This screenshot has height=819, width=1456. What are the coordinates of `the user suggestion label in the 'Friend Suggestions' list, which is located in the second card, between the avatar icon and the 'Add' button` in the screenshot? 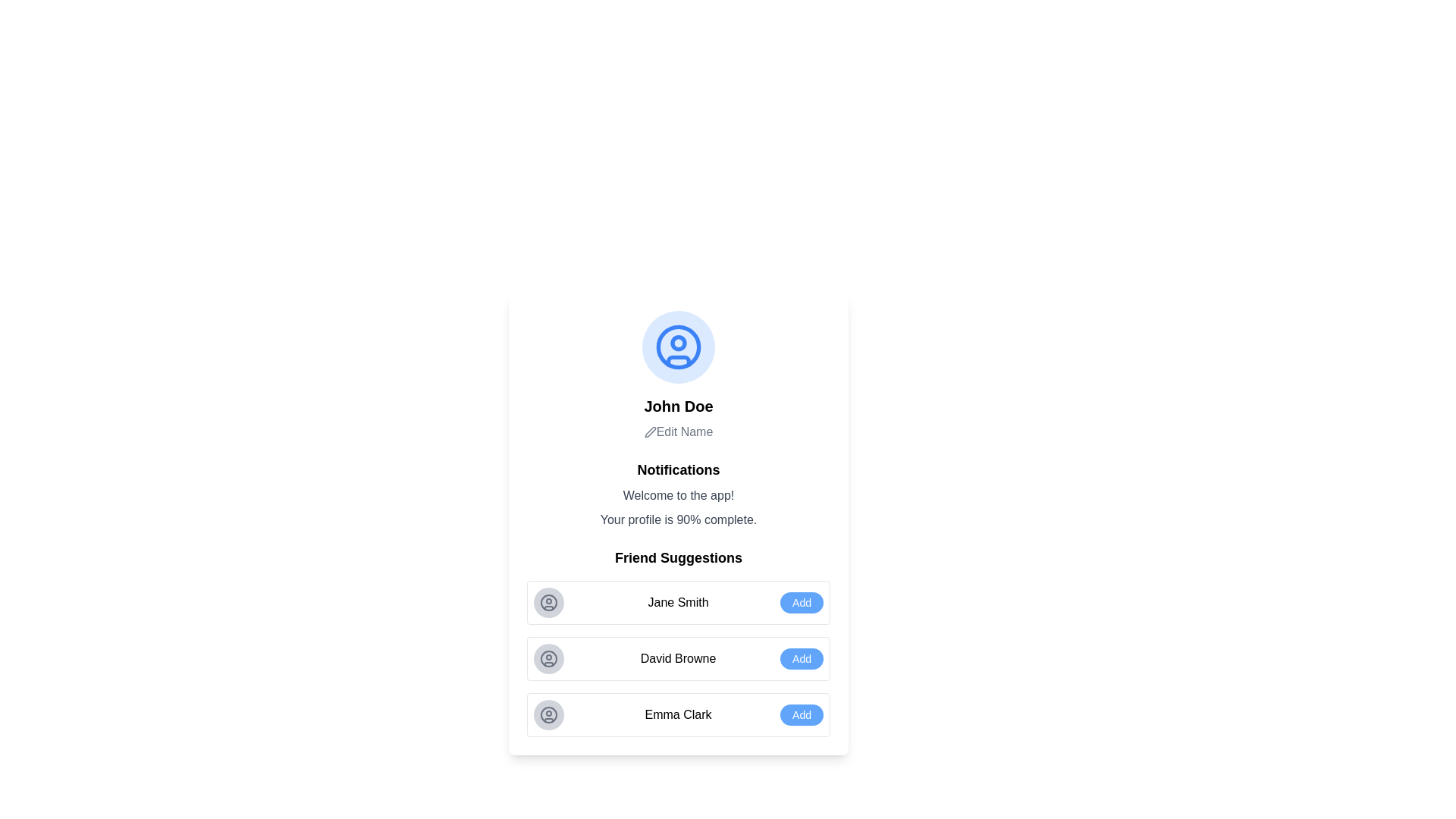 It's located at (677, 657).